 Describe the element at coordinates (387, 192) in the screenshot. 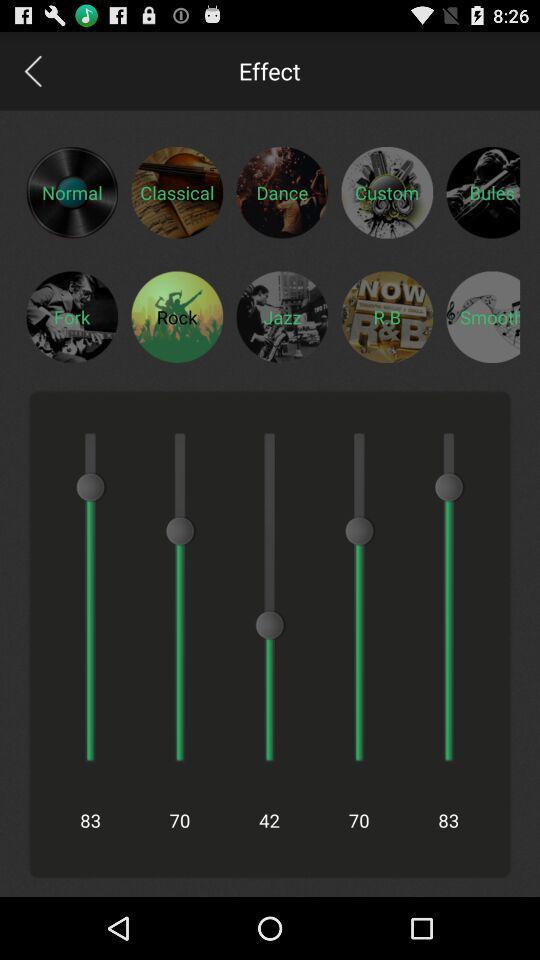

I see `custom` at that location.